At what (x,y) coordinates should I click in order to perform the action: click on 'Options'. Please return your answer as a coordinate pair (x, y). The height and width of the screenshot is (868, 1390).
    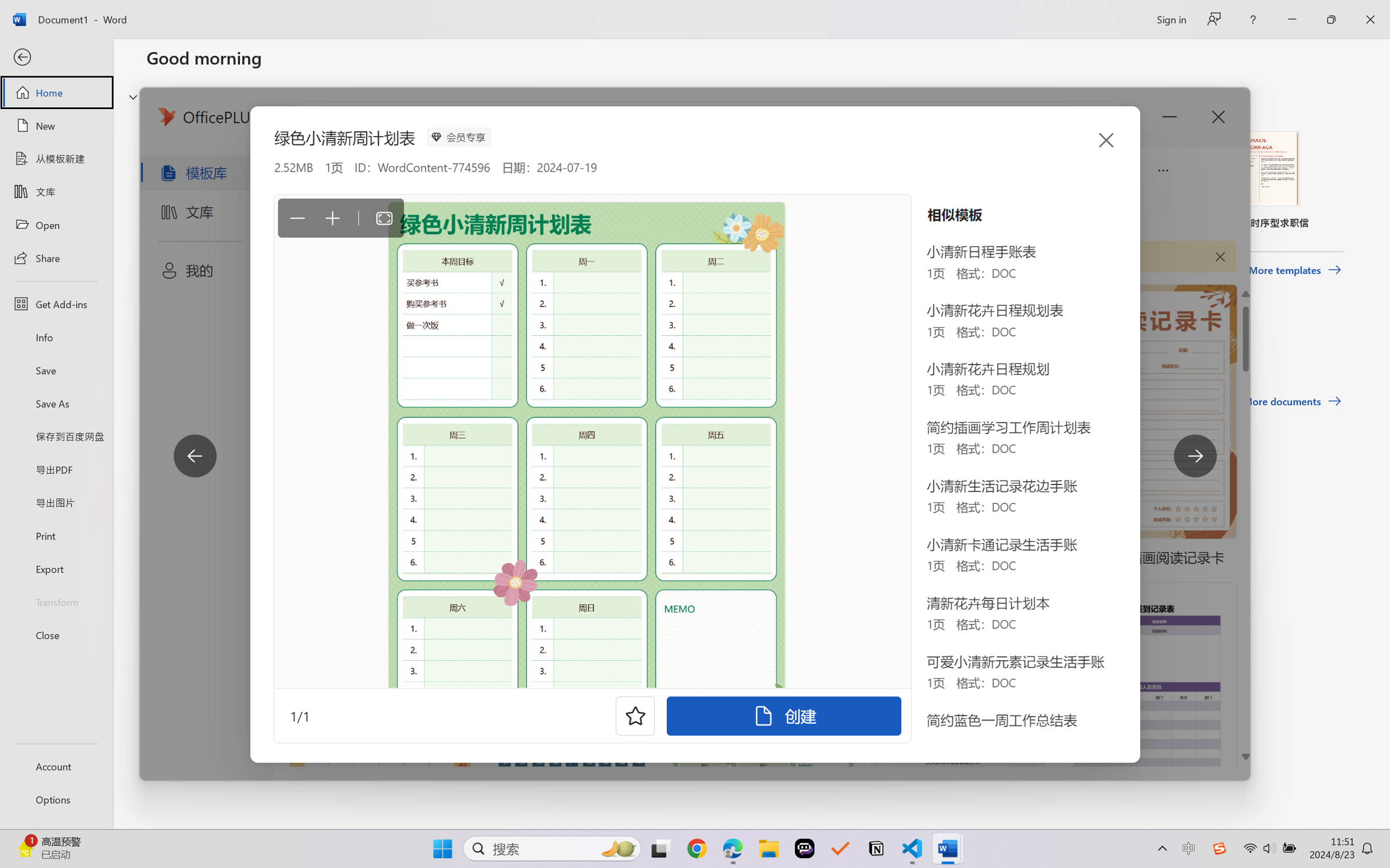
    Looking at the image, I should click on (56, 799).